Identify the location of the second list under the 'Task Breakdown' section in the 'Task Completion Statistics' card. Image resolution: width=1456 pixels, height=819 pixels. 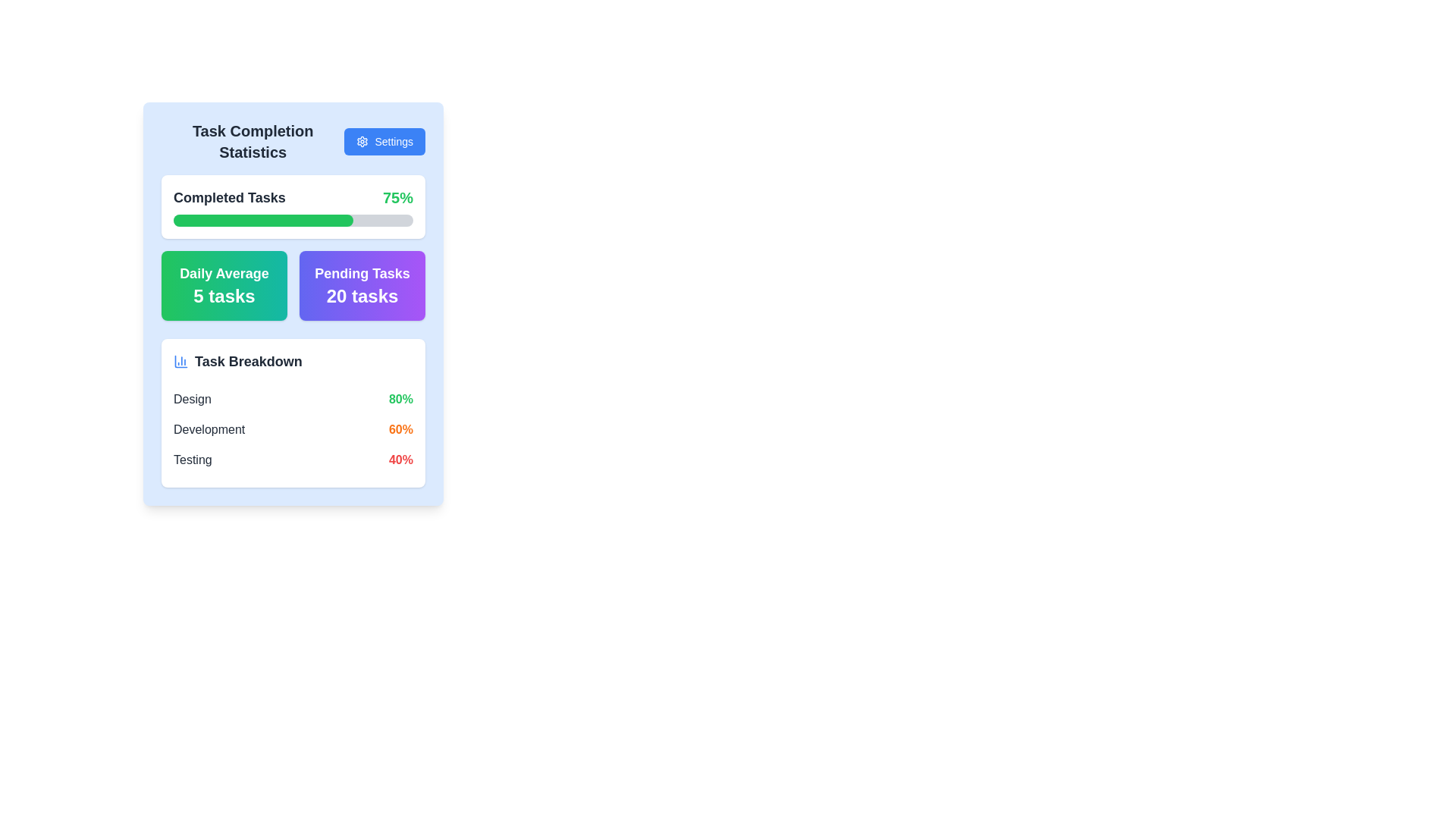
(293, 430).